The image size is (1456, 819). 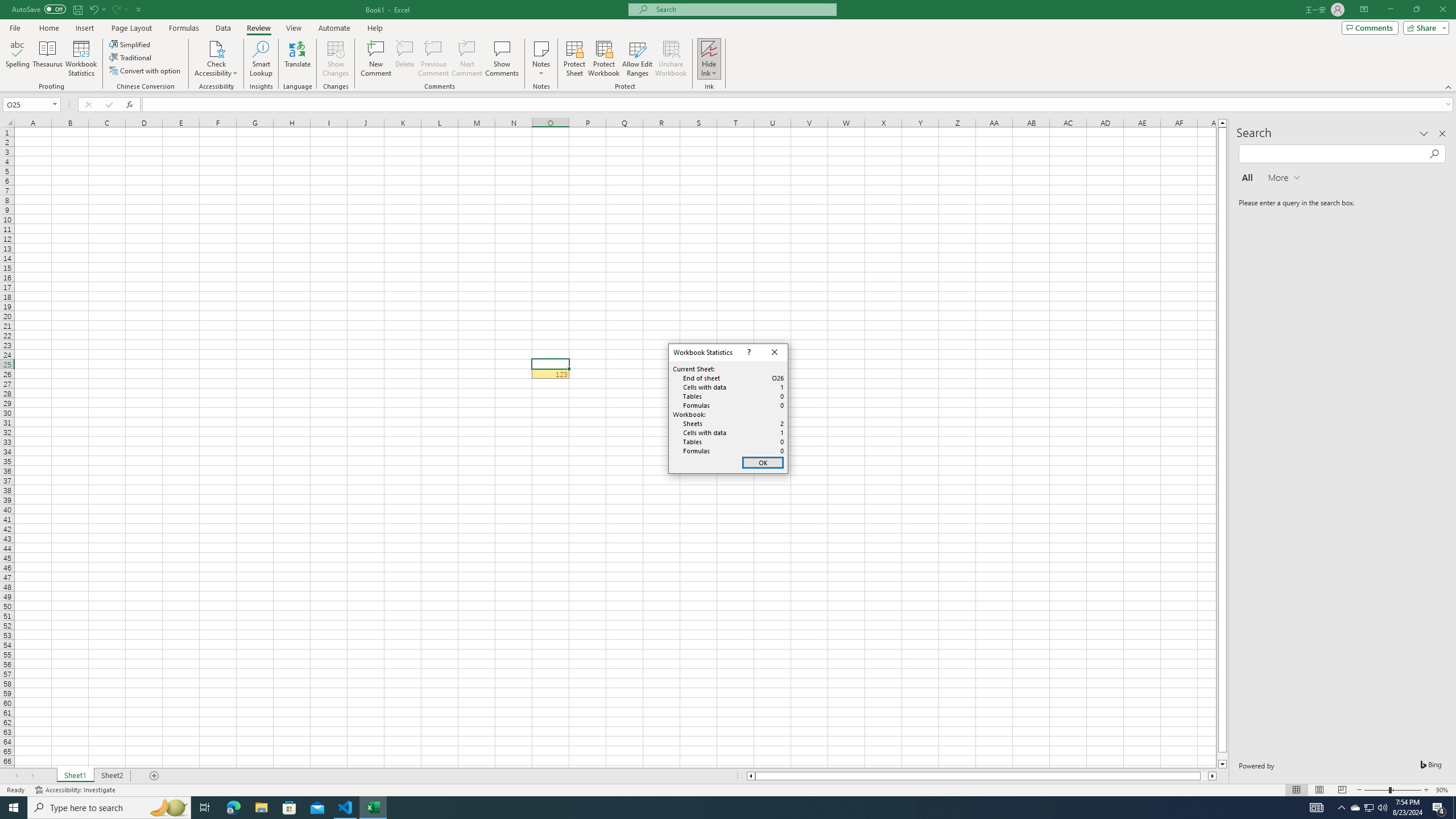 What do you see at coordinates (77, 9) in the screenshot?
I see `'Save'` at bounding box center [77, 9].